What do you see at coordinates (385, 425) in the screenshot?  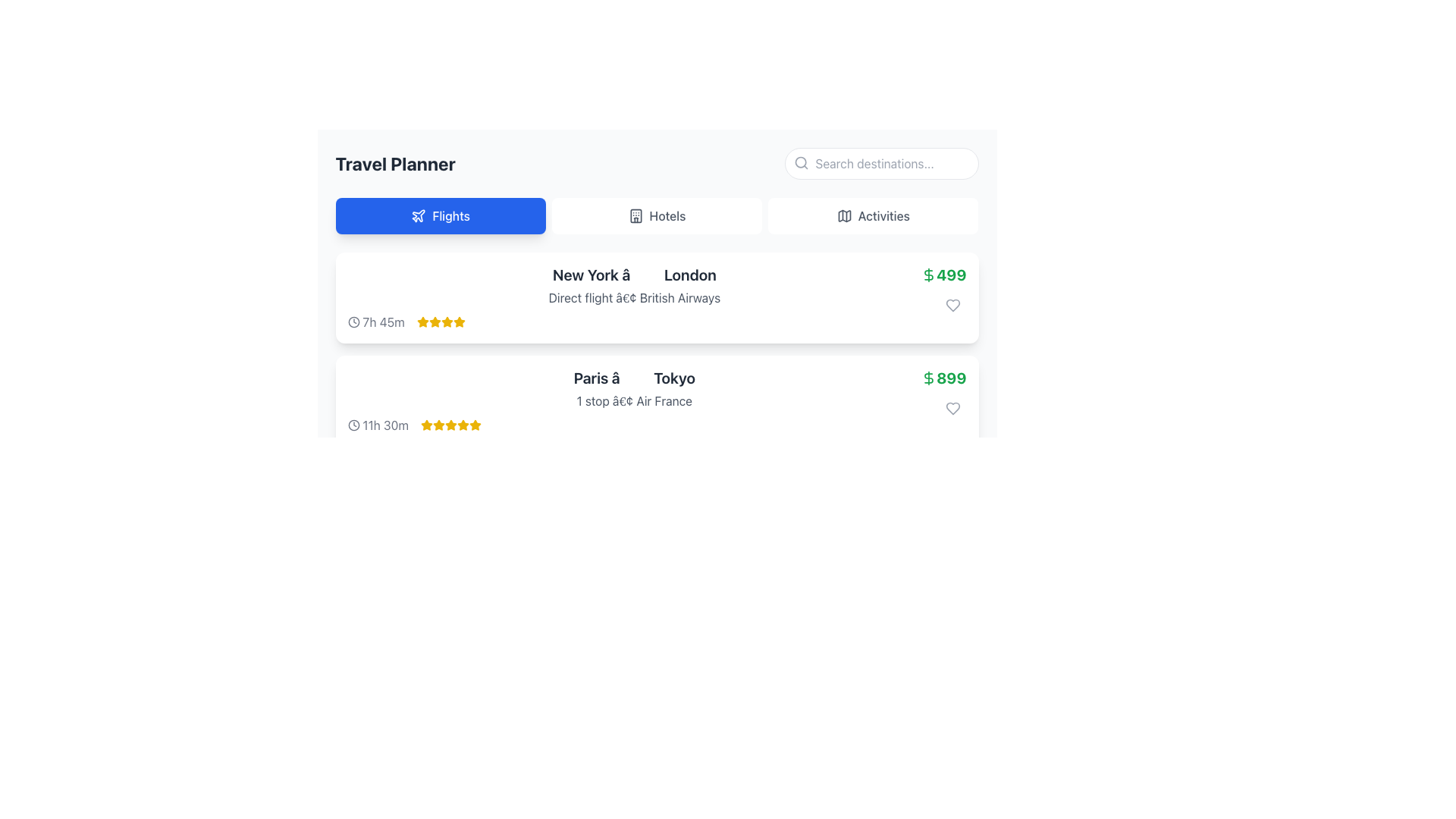 I see `the static text component displaying '11h 30m', which is positioned next to a clock icon within the travel plan details section beneath 'Paris to Tokyo'` at bounding box center [385, 425].